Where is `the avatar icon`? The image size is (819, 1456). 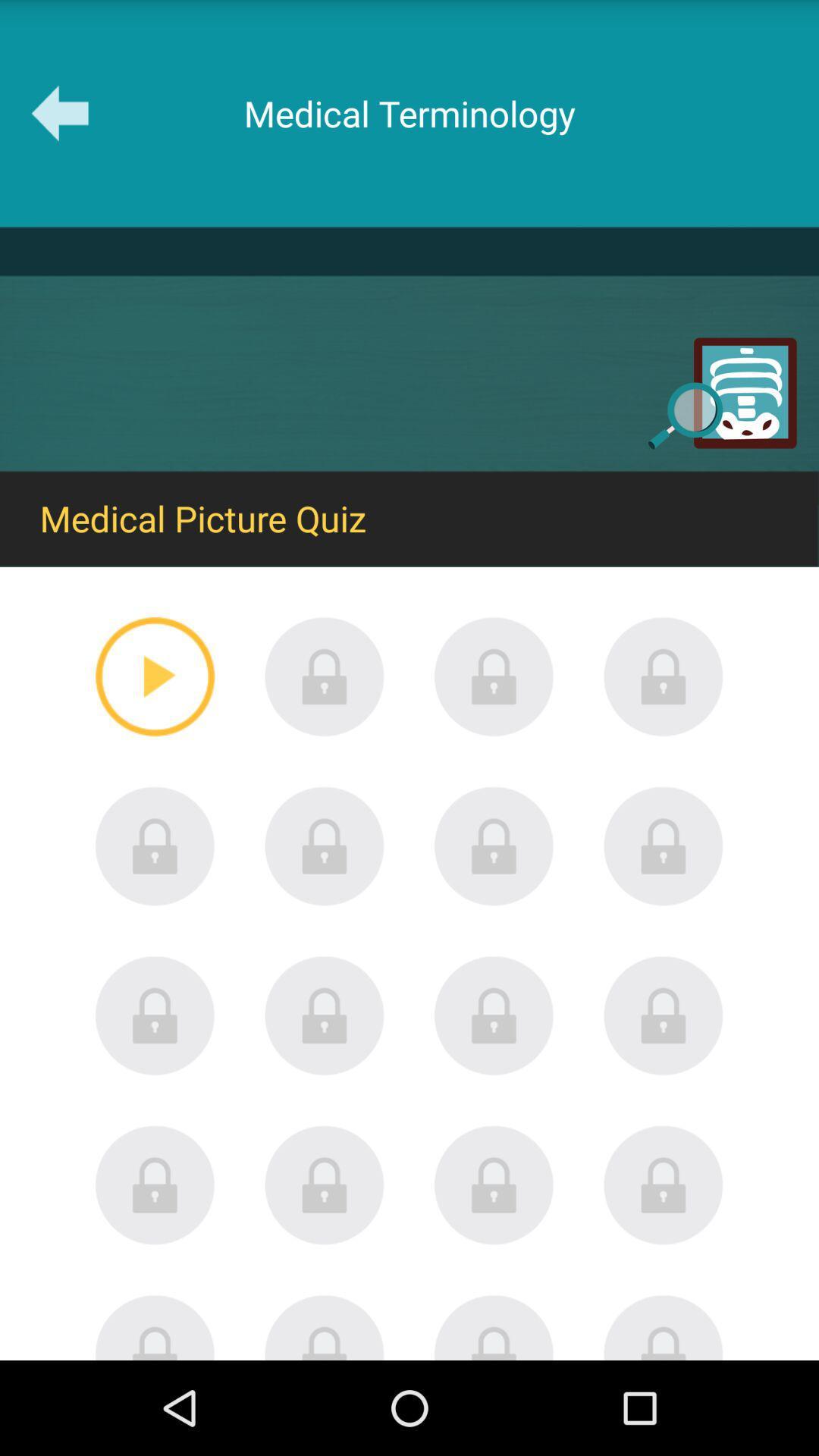
the avatar icon is located at coordinates (155, 1420).